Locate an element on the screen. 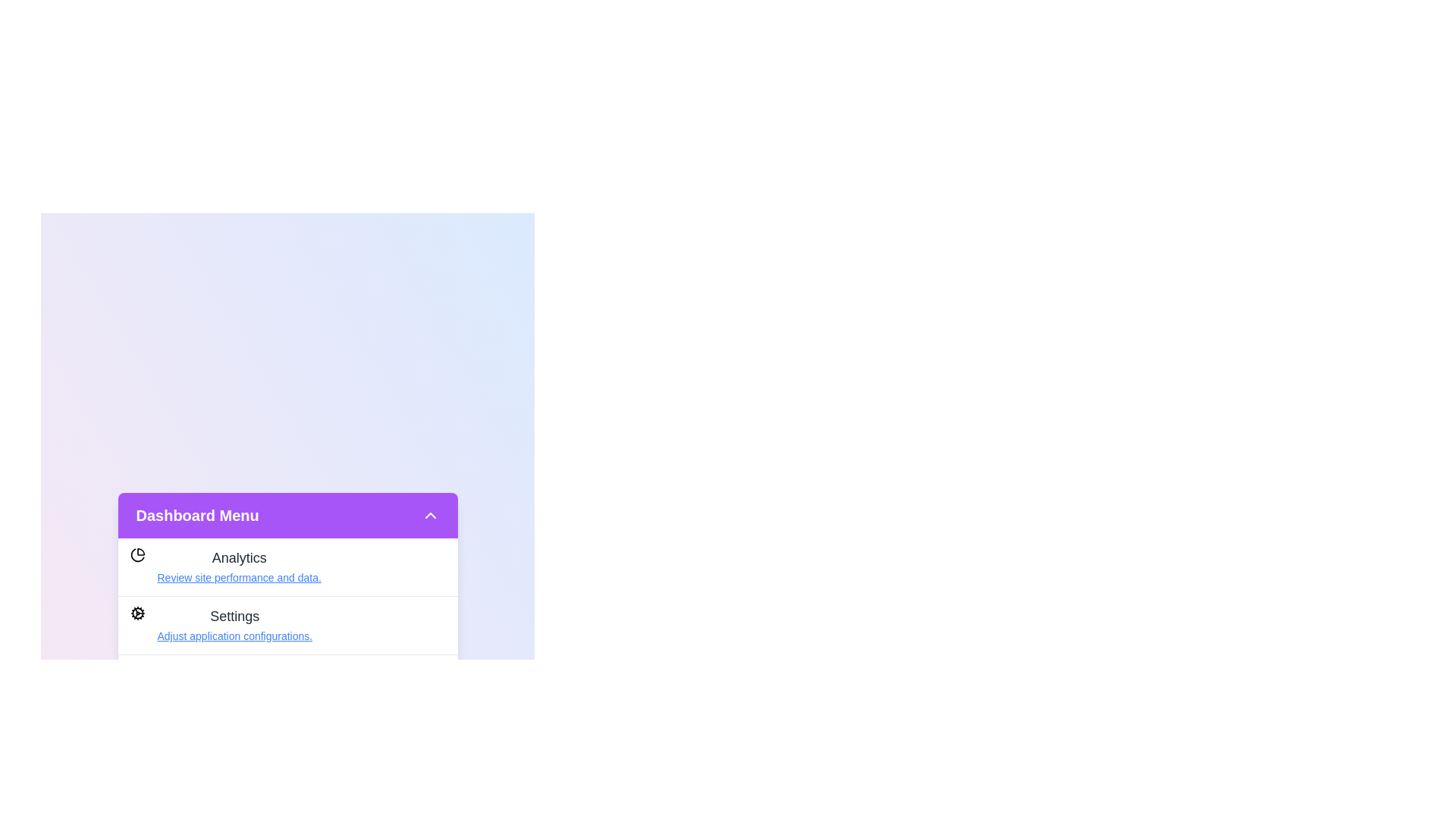  the menu item Settings to view its details is located at coordinates (233, 636).